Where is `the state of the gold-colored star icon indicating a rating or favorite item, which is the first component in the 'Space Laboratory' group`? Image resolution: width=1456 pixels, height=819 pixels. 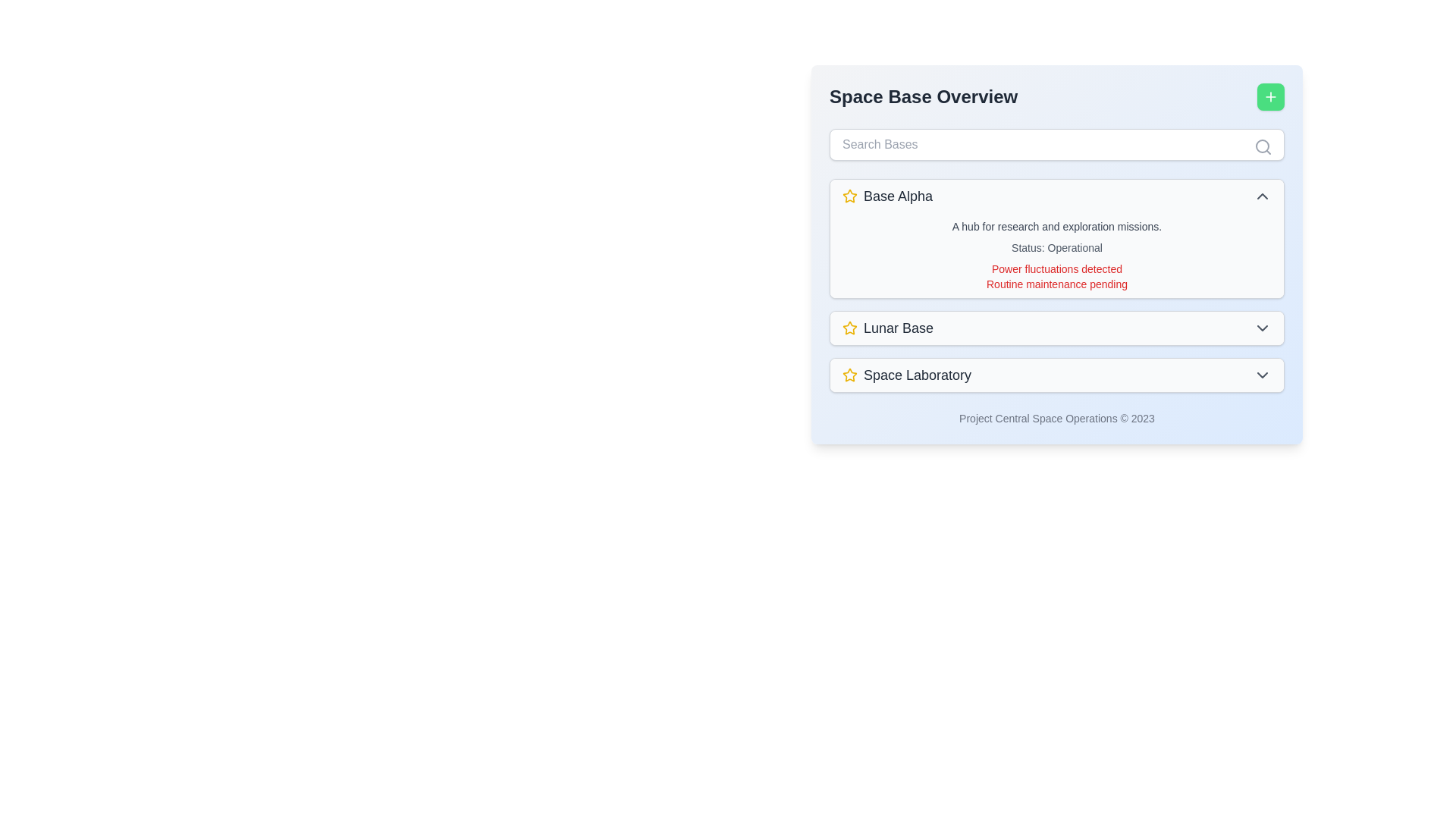
the state of the gold-colored star icon indicating a rating or favorite item, which is the first component in the 'Space Laboratory' group is located at coordinates (850, 375).